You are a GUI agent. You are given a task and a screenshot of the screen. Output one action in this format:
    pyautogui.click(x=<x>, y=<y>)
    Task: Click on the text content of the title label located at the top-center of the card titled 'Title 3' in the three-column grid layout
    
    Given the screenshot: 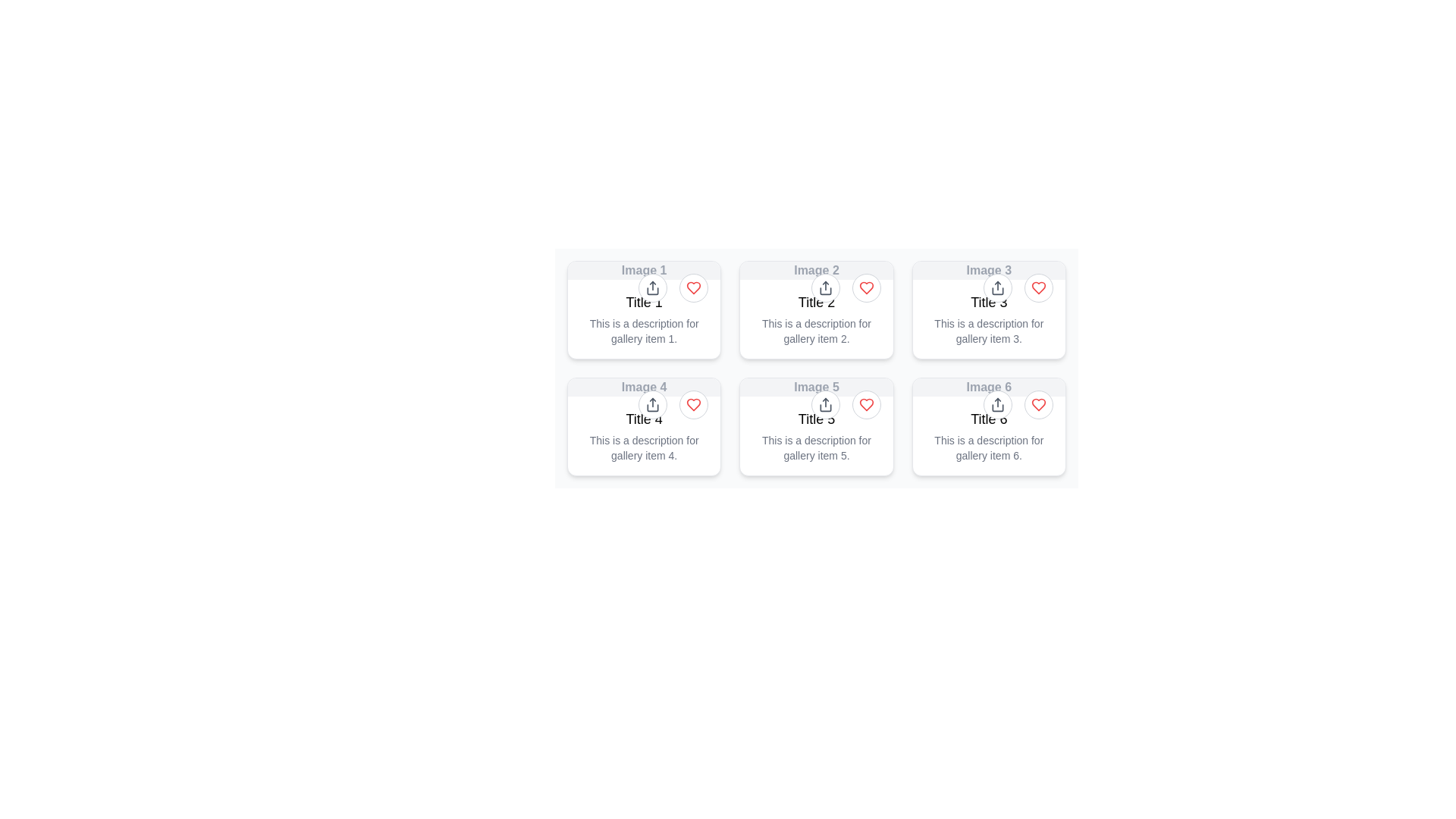 What is the action you would take?
    pyautogui.click(x=989, y=270)
    